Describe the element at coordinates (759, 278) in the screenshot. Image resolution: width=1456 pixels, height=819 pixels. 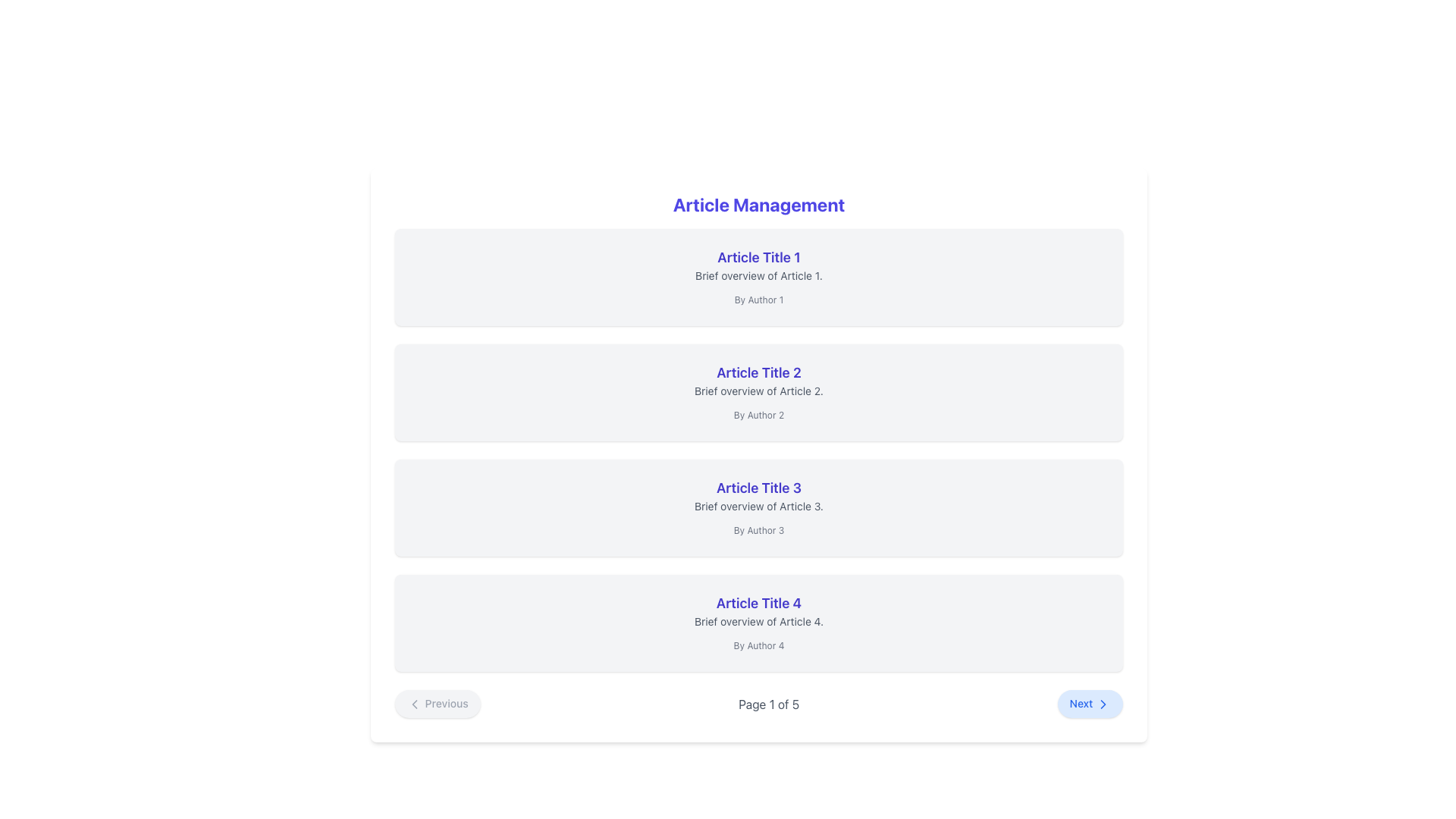
I see `the first card in the grid list of articles that displays a preview of an article including its title, brief description, and author information` at that location.